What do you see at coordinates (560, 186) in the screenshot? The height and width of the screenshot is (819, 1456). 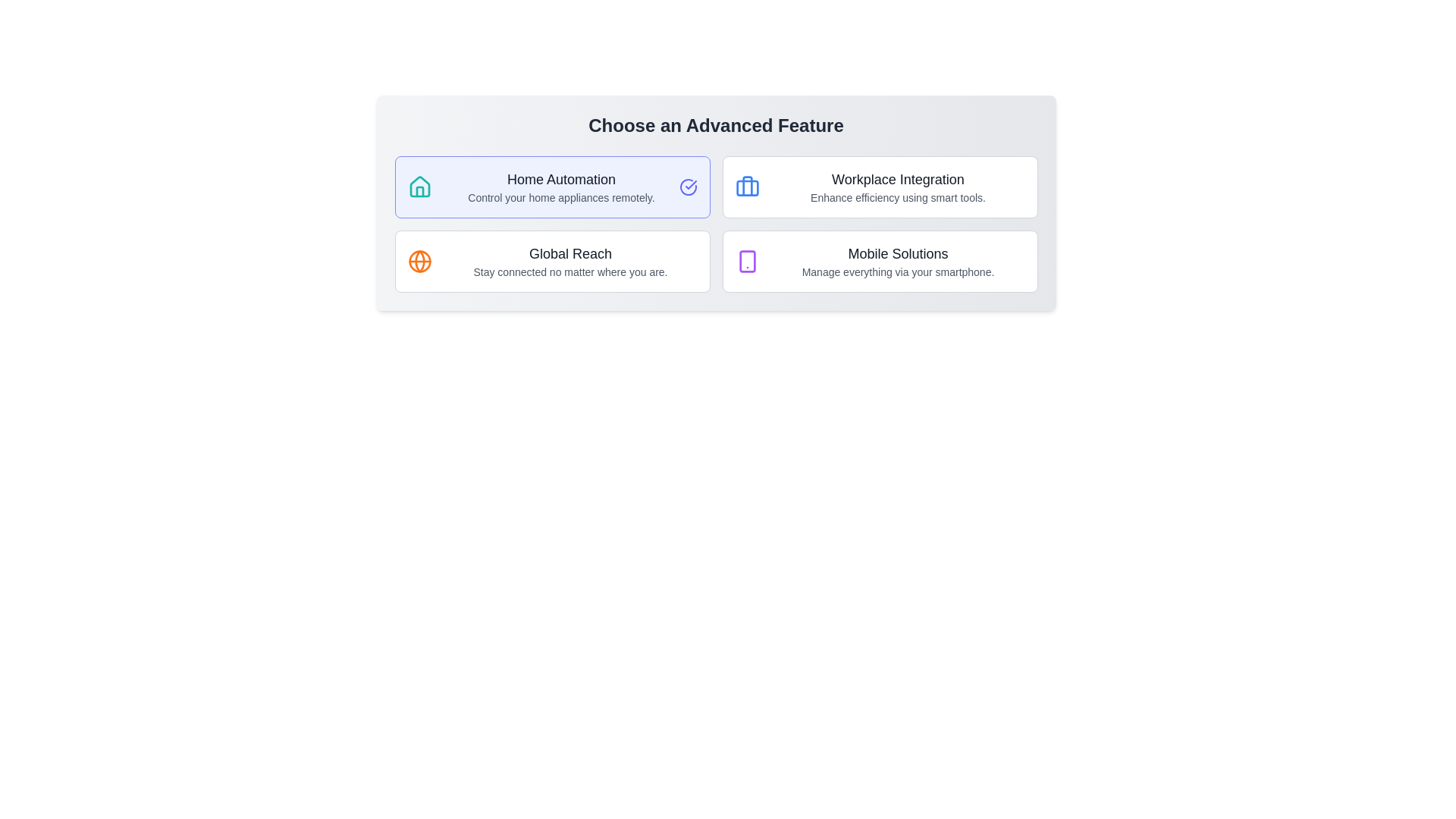 I see `the 'Home Automation' text description element, which contains the bold primary text and smaller secondary text` at bounding box center [560, 186].